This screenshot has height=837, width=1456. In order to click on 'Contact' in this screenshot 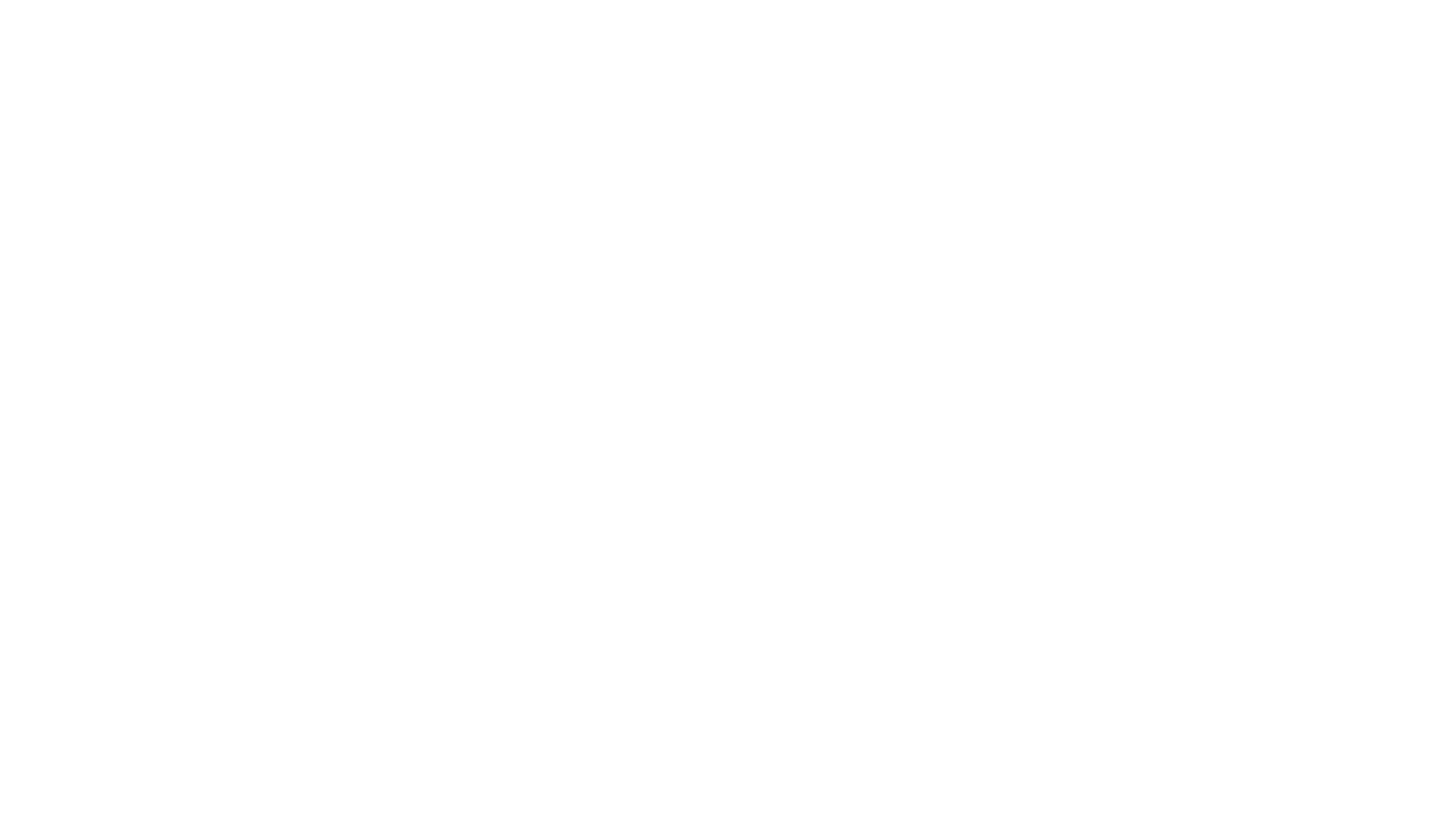, I will do `click(1103, 525)`.